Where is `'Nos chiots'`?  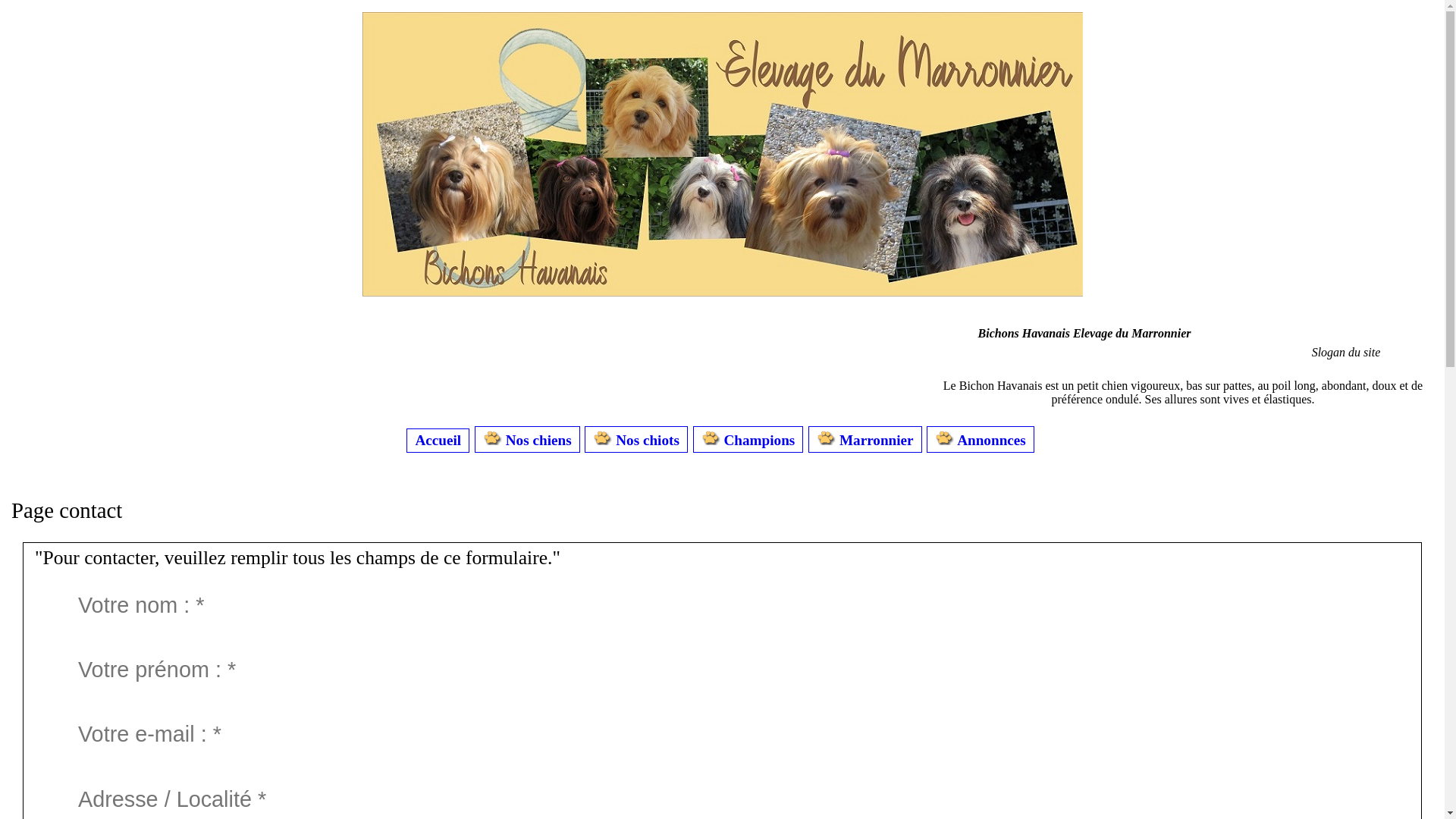 'Nos chiots' is located at coordinates (635, 439).